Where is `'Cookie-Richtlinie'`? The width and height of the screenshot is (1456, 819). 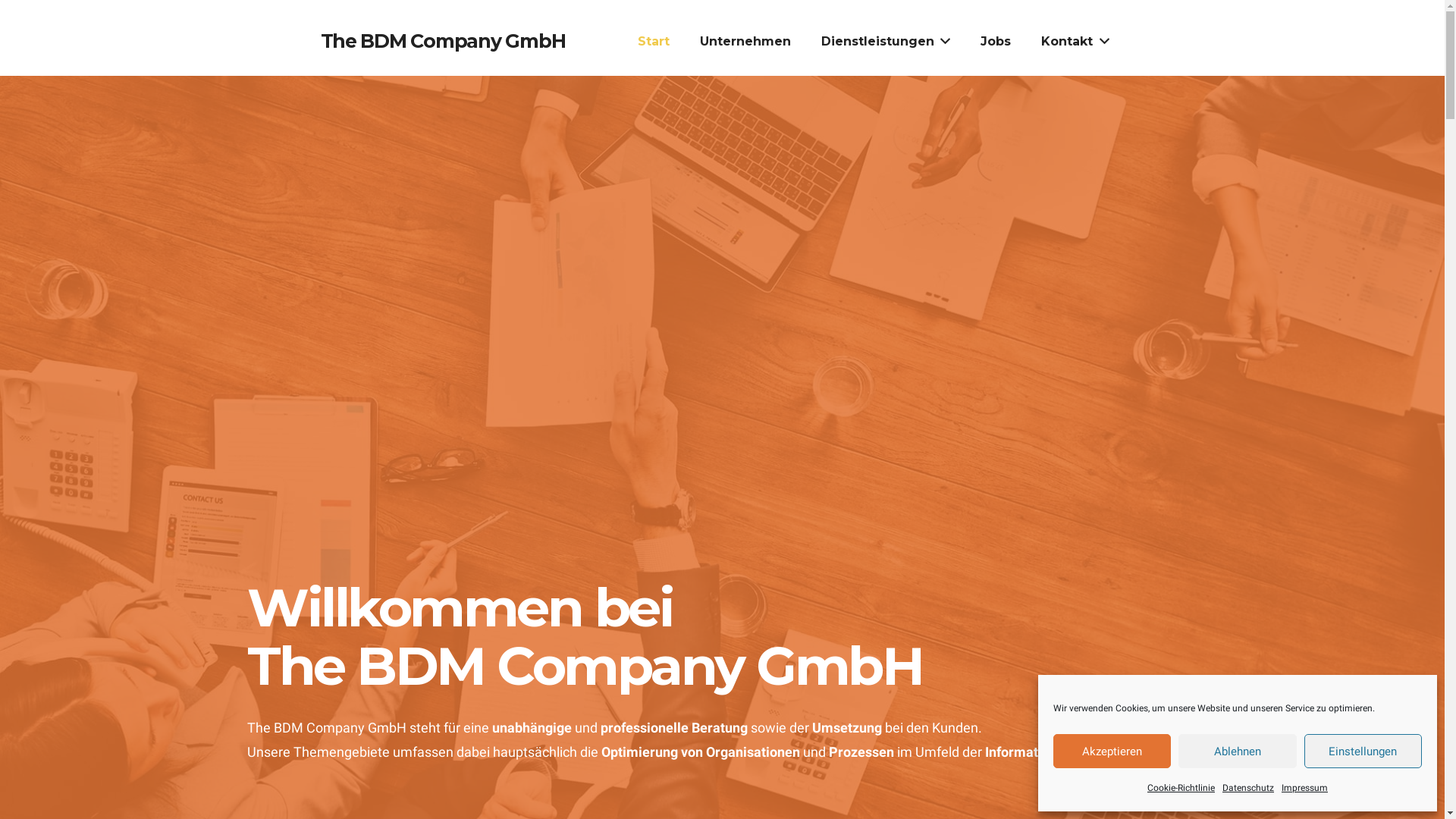
'Cookie-Richtlinie' is located at coordinates (1180, 786).